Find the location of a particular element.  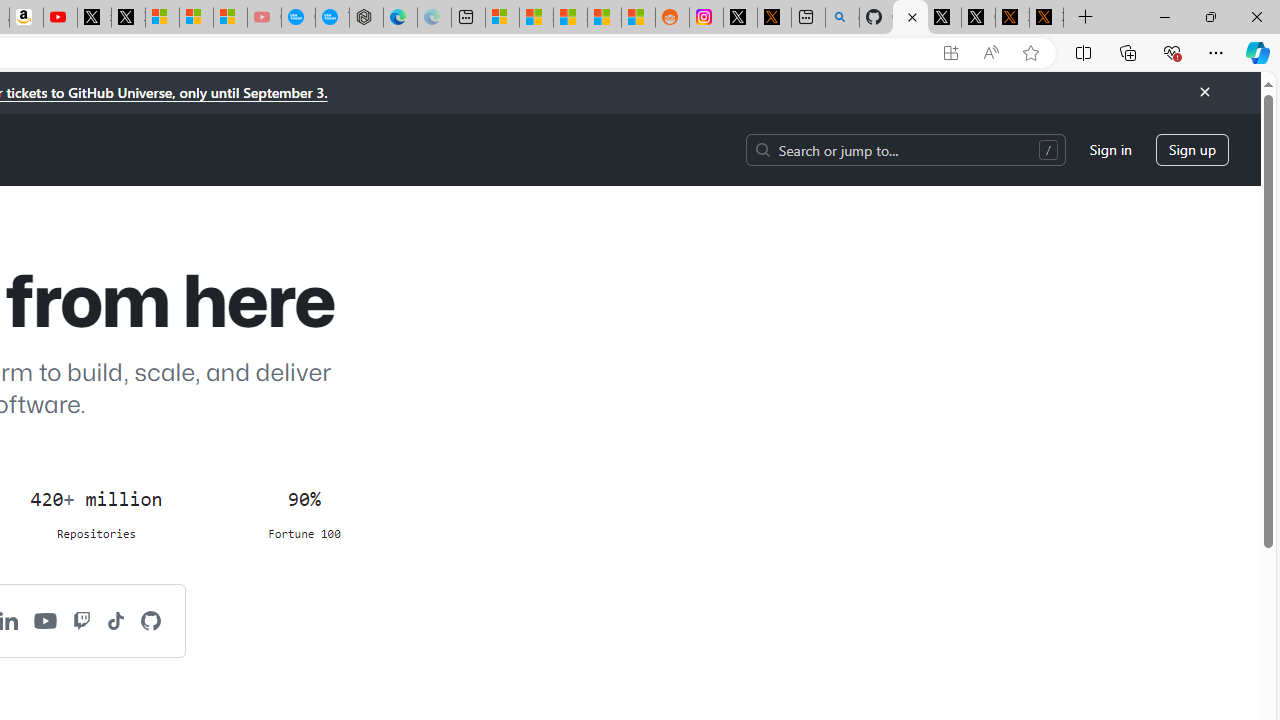

'App available. Install GitHub' is located at coordinates (950, 52).